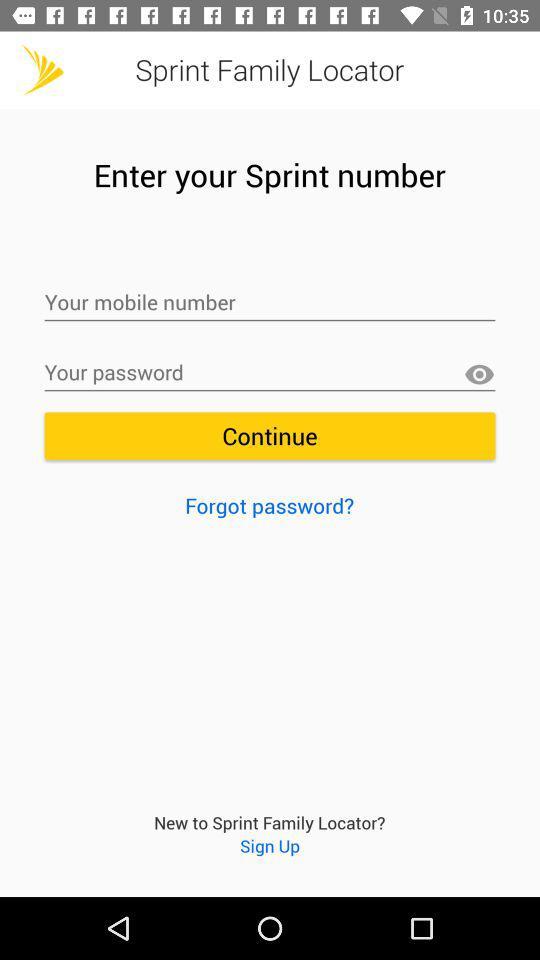 This screenshot has width=540, height=960. What do you see at coordinates (478, 374) in the screenshot?
I see `the visibility icon` at bounding box center [478, 374].